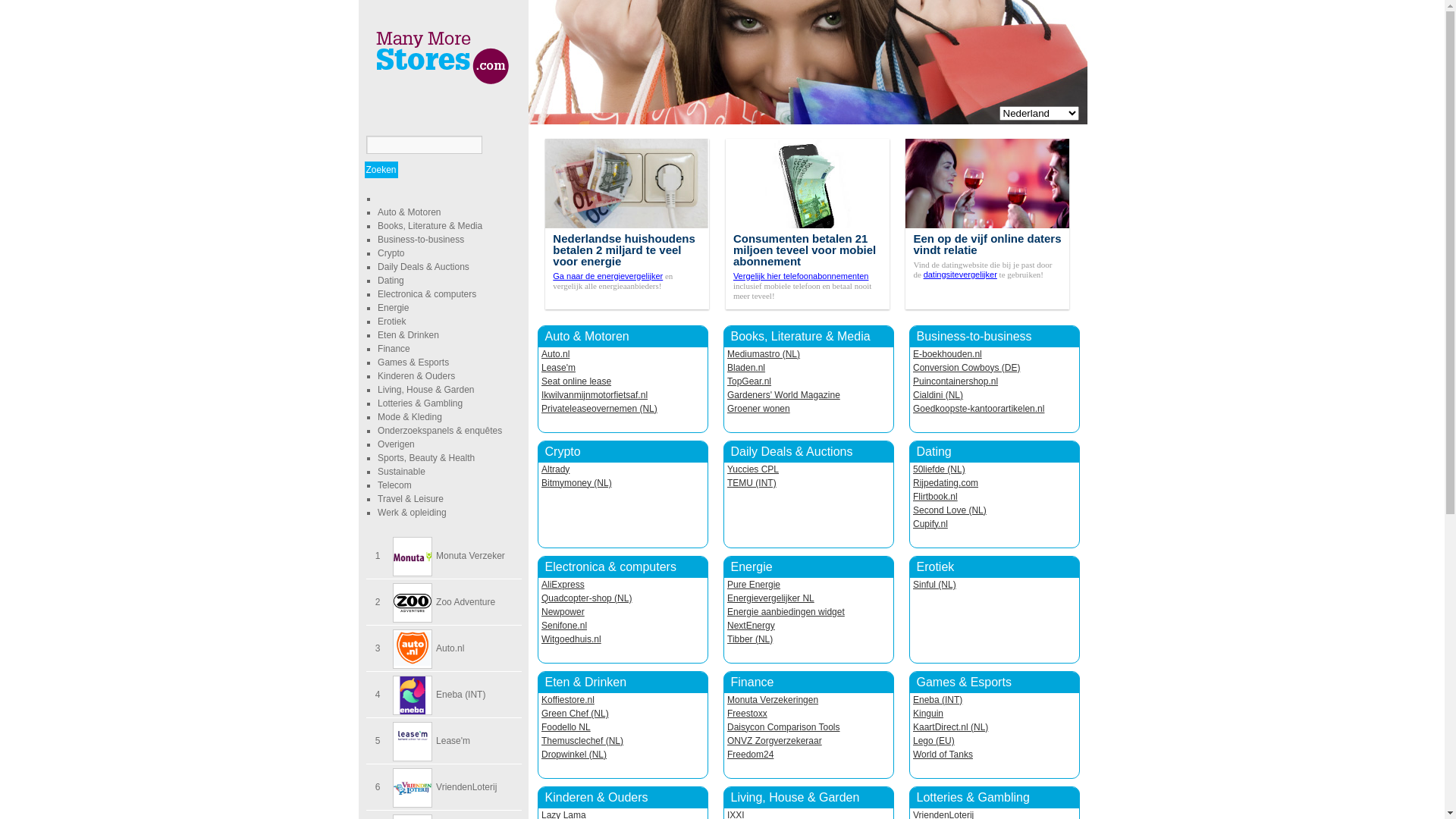  Describe the element at coordinates (751, 626) in the screenshot. I see `'NextEnergy'` at that location.